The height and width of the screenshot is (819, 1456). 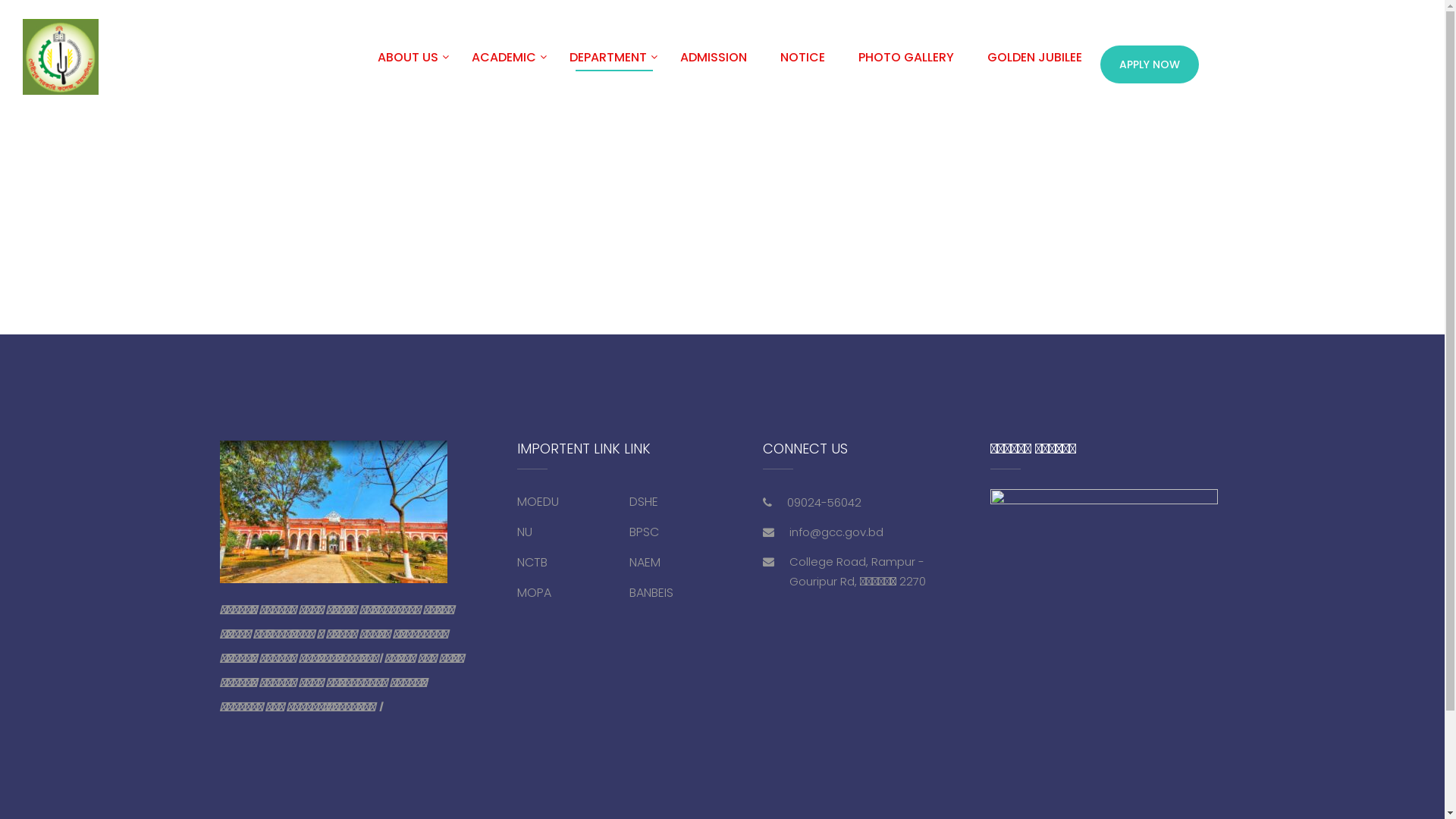 What do you see at coordinates (906, 63) in the screenshot?
I see `'PHOTO GALLERY'` at bounding box center [906, 63].